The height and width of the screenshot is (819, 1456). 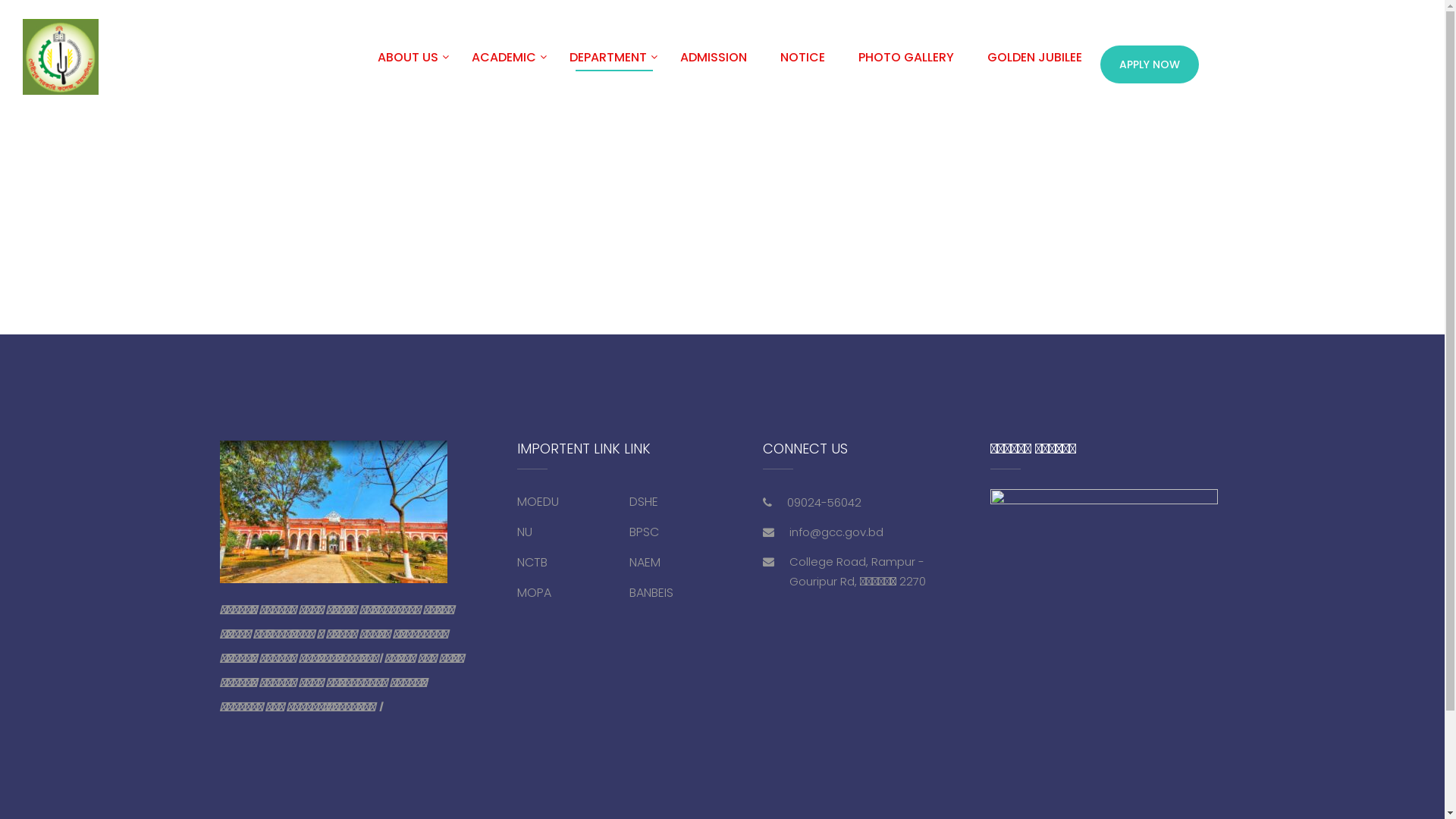 What do you see at coordinates (906, 63) in the screenshot?
I see `'PHOTO GALLERY'` at bounding box center [906, 63].